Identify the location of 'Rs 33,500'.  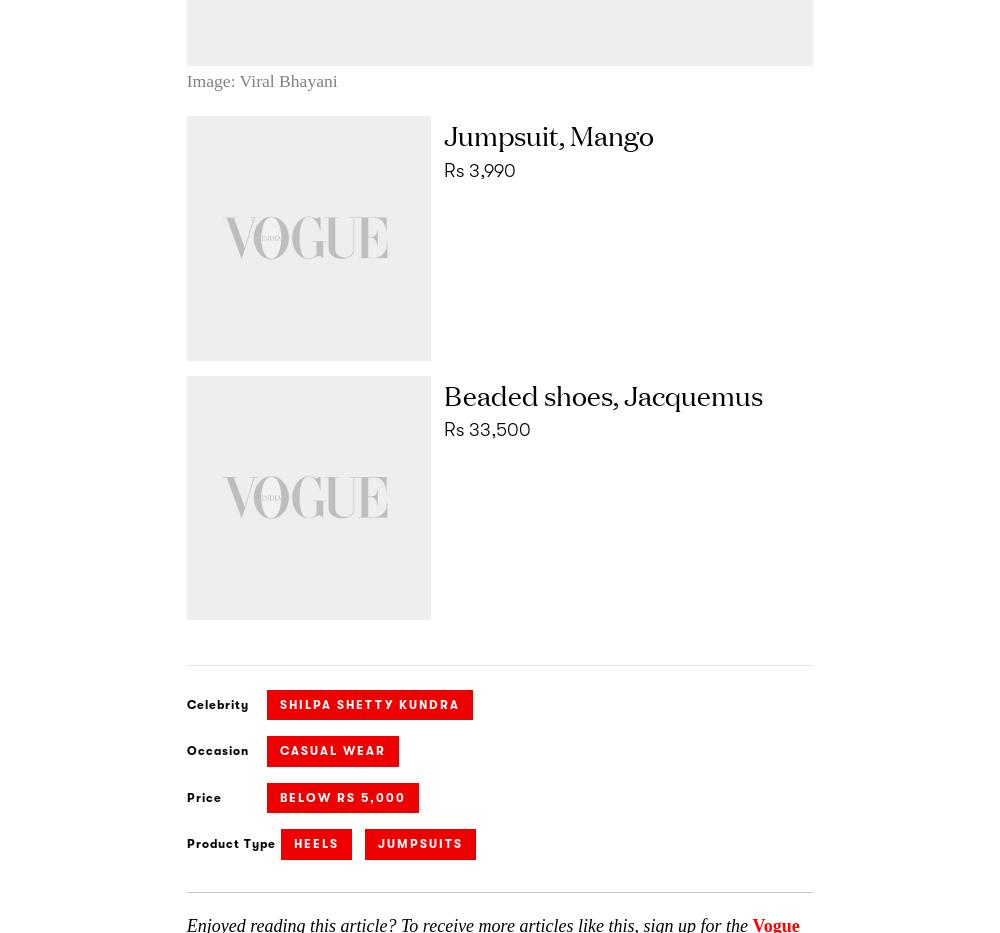
(485, 429).